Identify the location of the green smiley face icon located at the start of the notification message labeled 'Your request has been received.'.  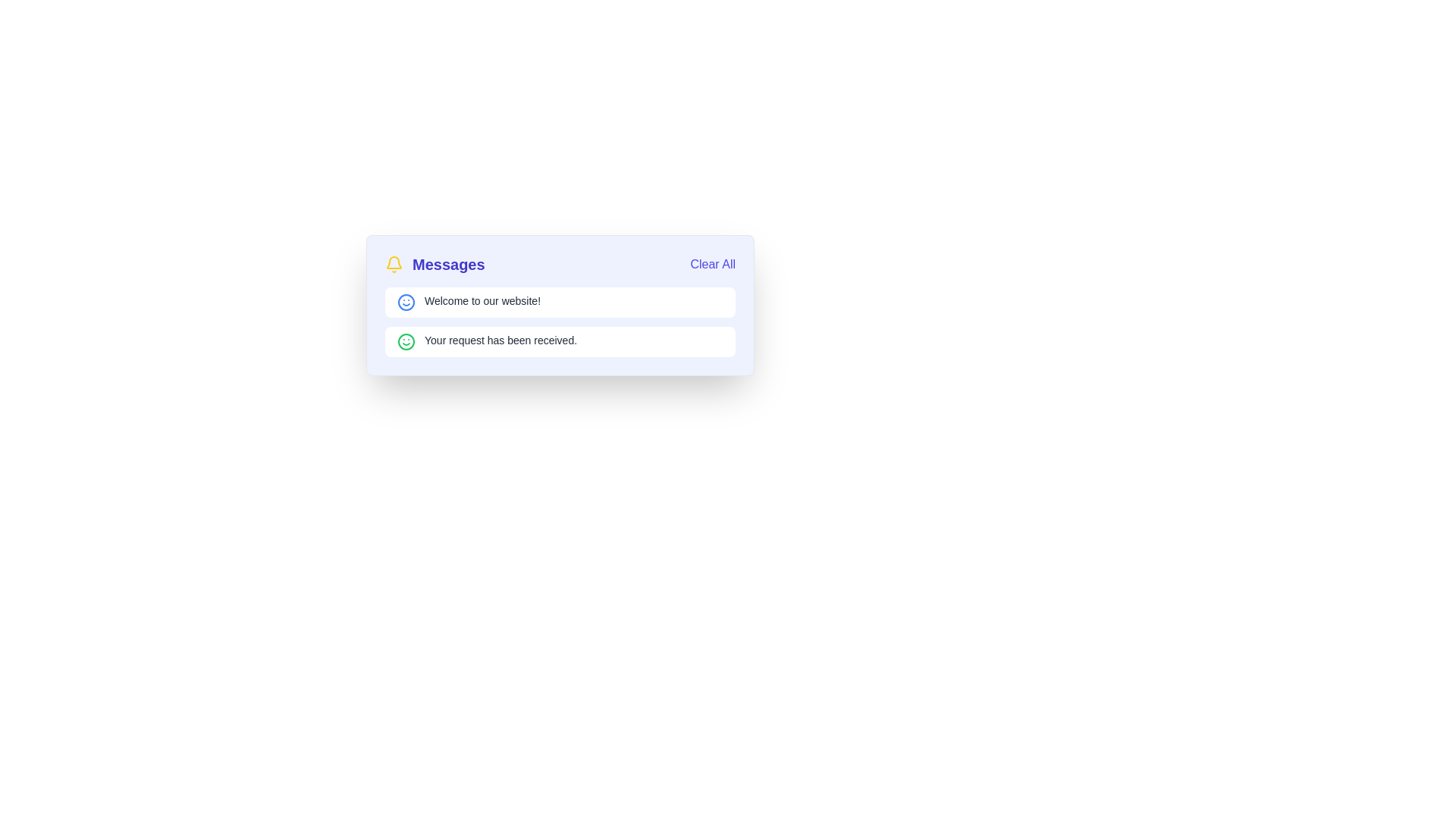
(406, 342).